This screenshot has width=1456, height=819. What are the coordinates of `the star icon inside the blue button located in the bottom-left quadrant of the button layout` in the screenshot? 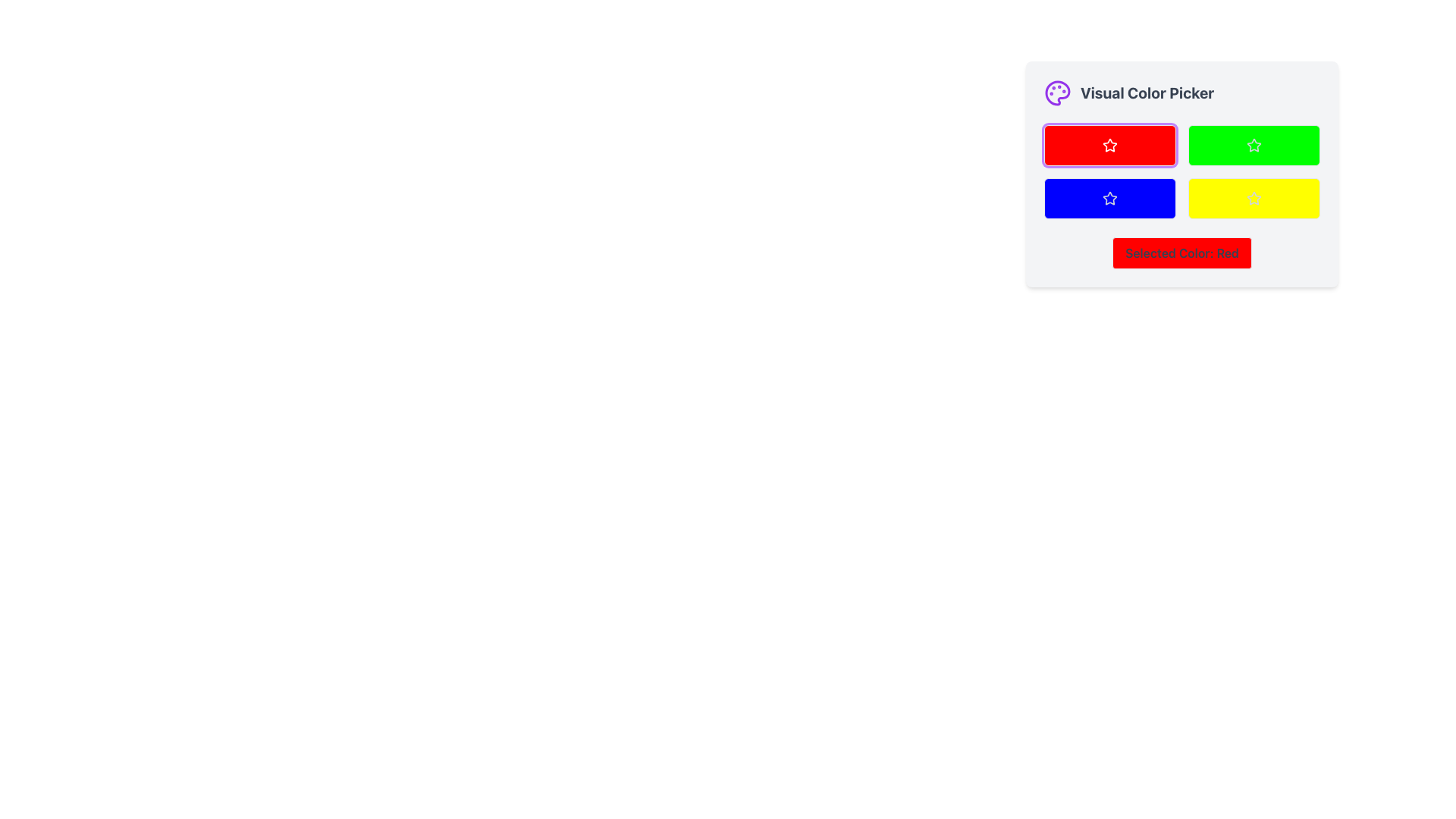 It's located at (1110, 197).